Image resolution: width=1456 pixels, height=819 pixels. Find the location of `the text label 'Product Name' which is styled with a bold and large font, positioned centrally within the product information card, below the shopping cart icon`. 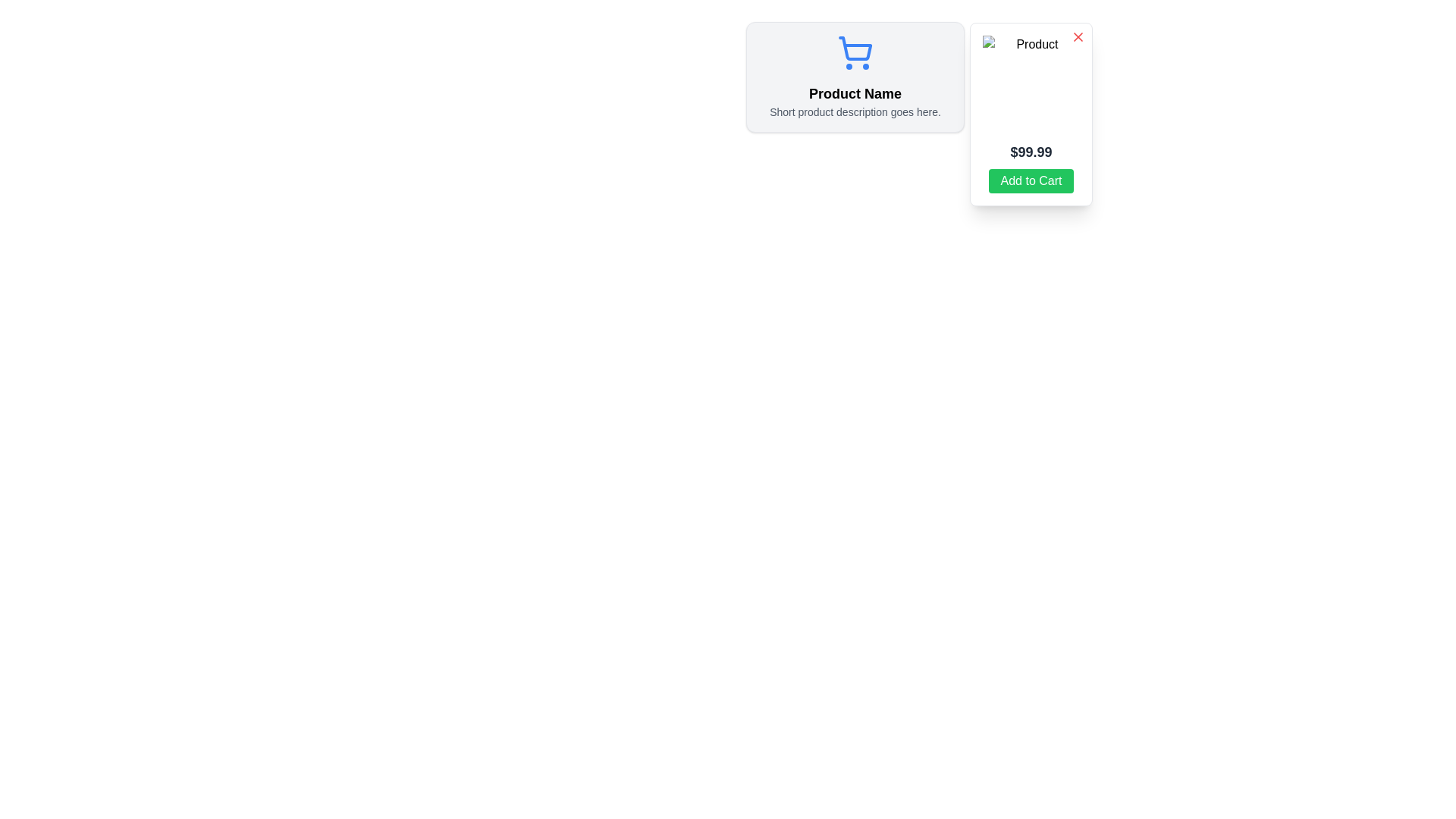

the text label 'Product Name' which is styled with a bold and large font, positioned centrally within the product information card, below the shopping cart icon is located at coordinates (855, 93).